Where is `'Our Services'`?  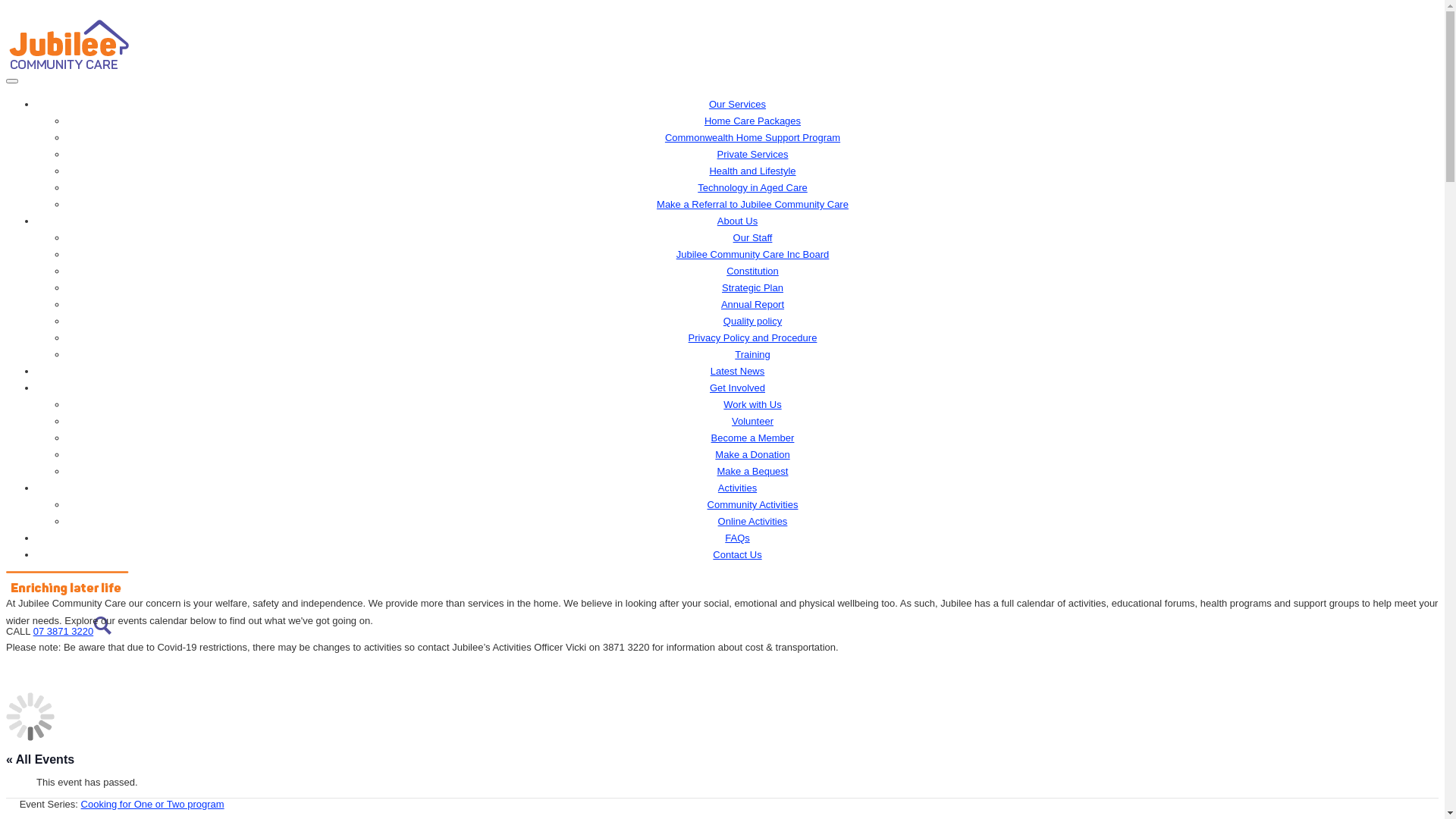 'Our Services' is located at coordinates (737, 104).